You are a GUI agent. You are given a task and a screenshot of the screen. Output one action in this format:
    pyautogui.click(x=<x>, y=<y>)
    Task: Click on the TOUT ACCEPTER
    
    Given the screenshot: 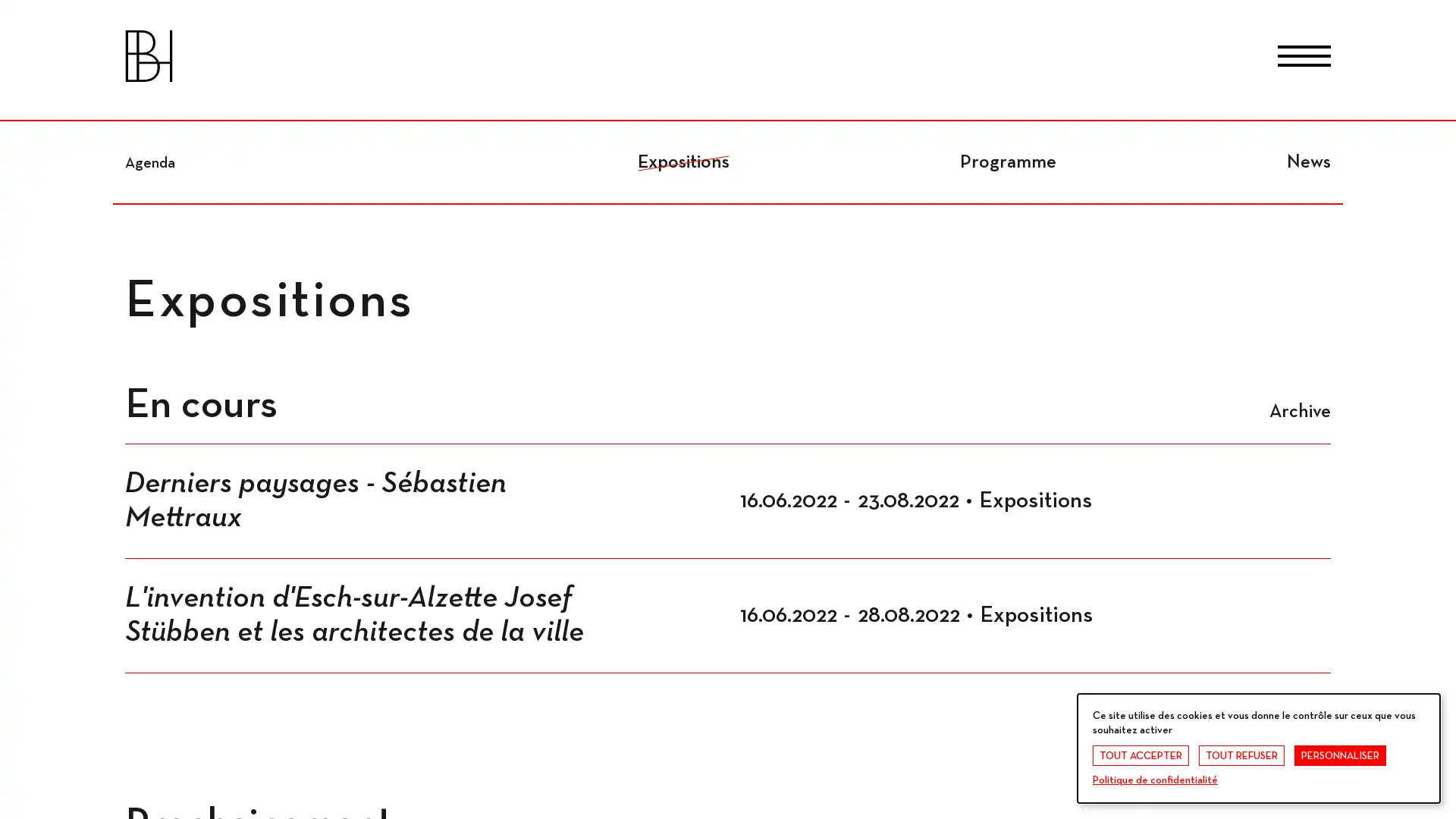 What is the action you would take?
    pyautogui.click(x=1141, y=755)
    